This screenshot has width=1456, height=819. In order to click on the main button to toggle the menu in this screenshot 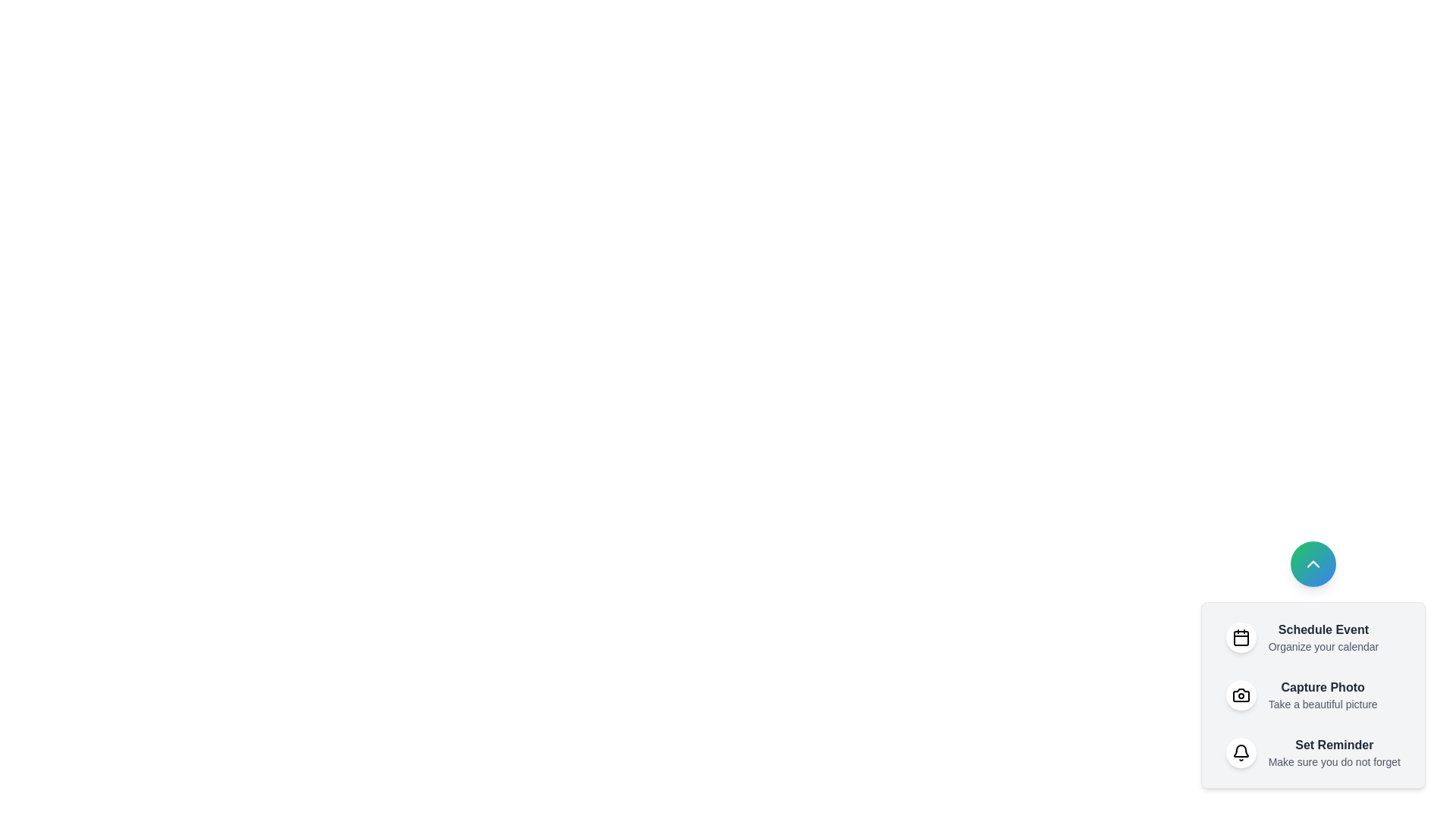, I will do `click(1312, 564)`.